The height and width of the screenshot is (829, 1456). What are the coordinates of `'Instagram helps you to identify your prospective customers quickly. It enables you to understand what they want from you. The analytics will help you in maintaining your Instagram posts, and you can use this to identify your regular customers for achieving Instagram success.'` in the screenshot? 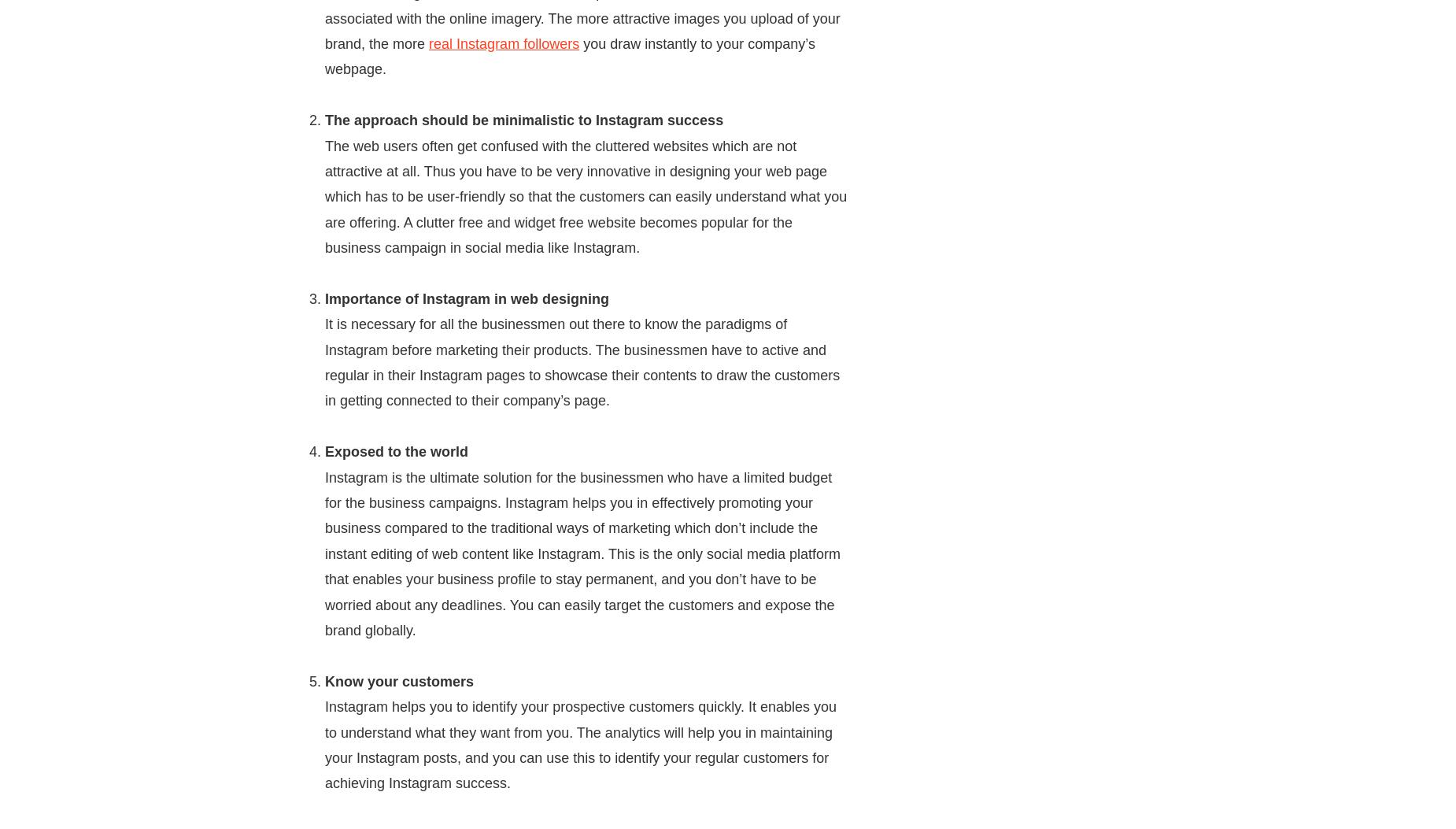 It's located at (580, 744).